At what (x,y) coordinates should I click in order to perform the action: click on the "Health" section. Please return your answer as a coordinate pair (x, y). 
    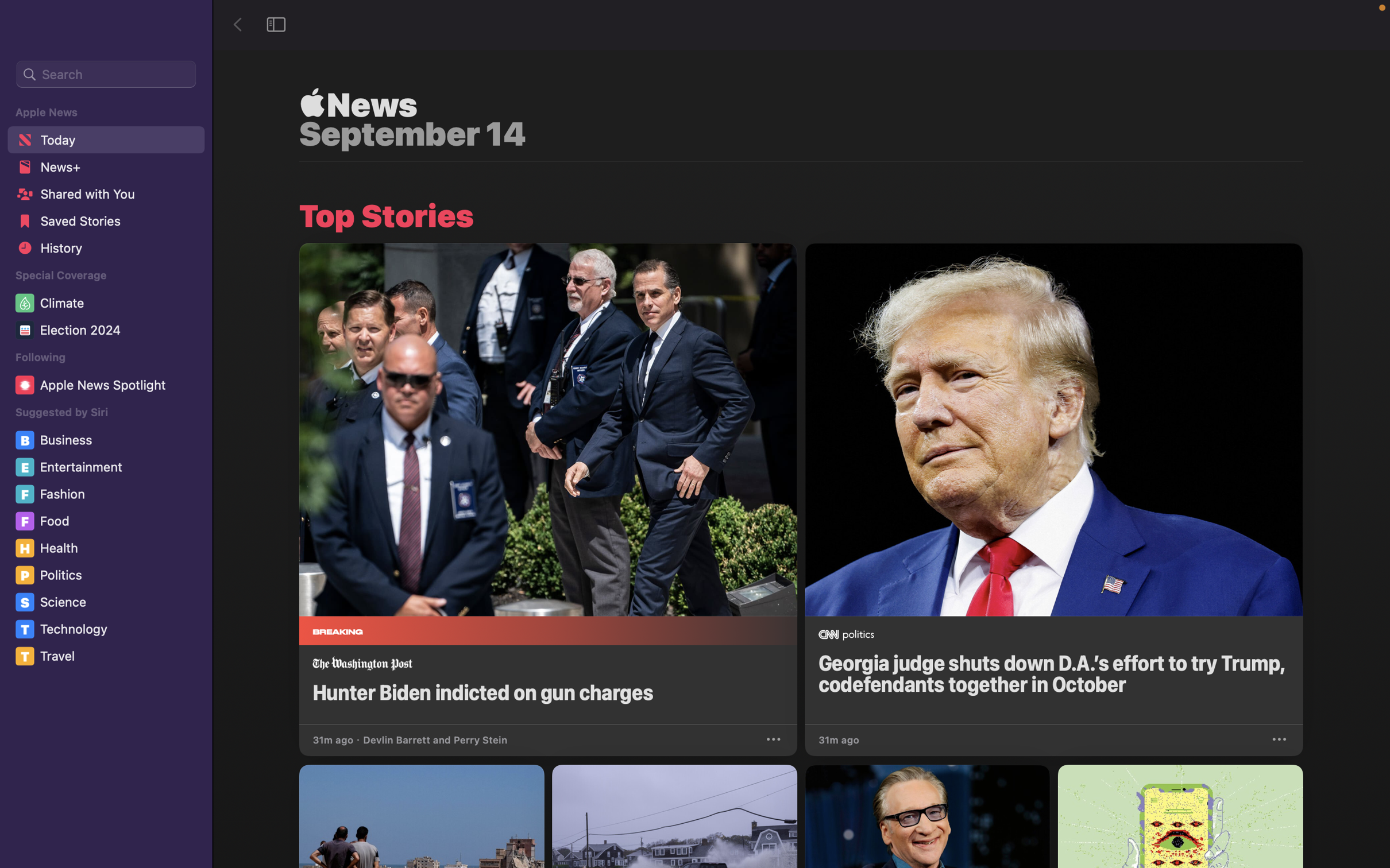
    Looking at the image, I should click on (109, 547).